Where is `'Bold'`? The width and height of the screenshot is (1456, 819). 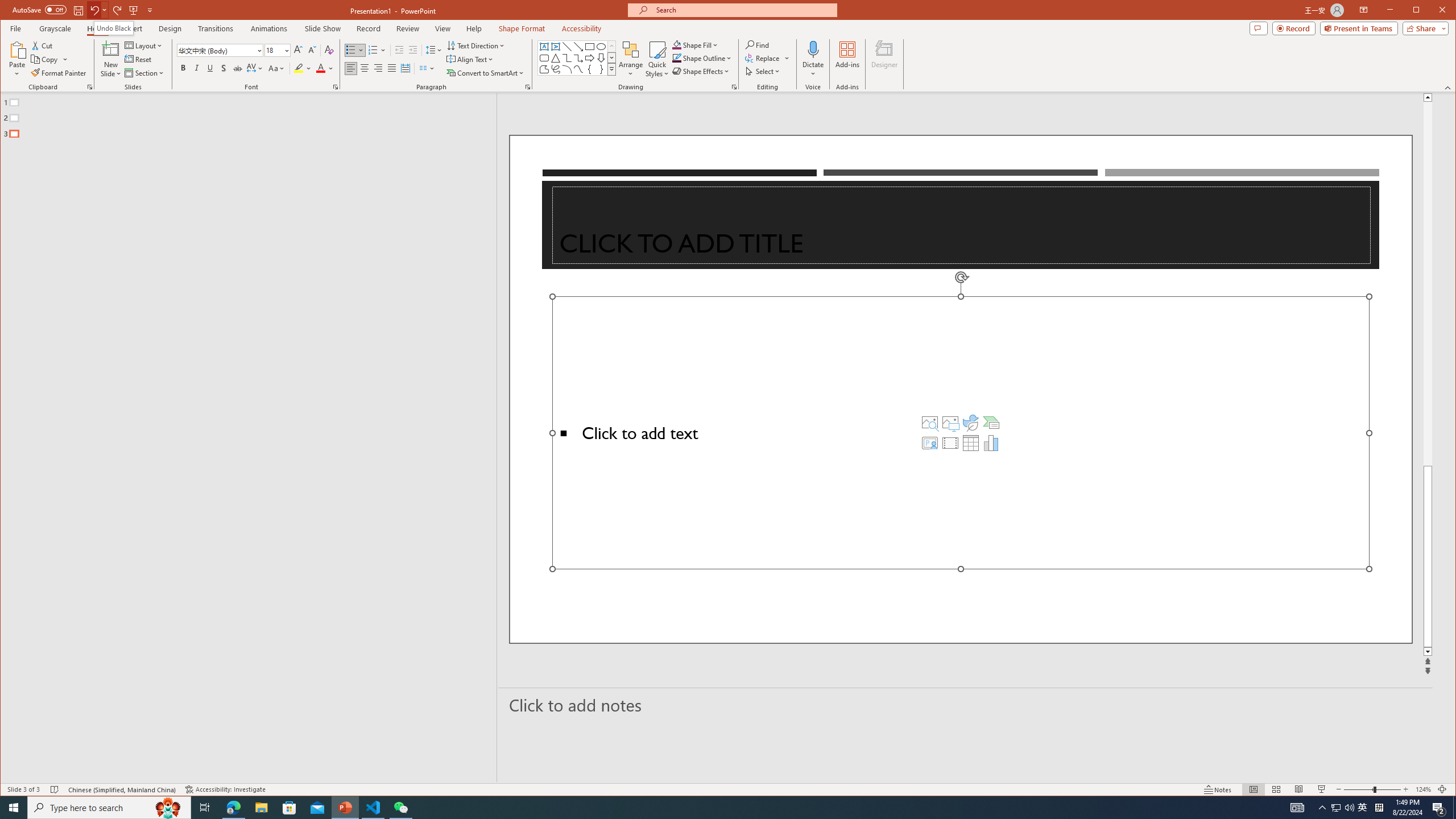
'Bold' is located at coordinates (183, 68).